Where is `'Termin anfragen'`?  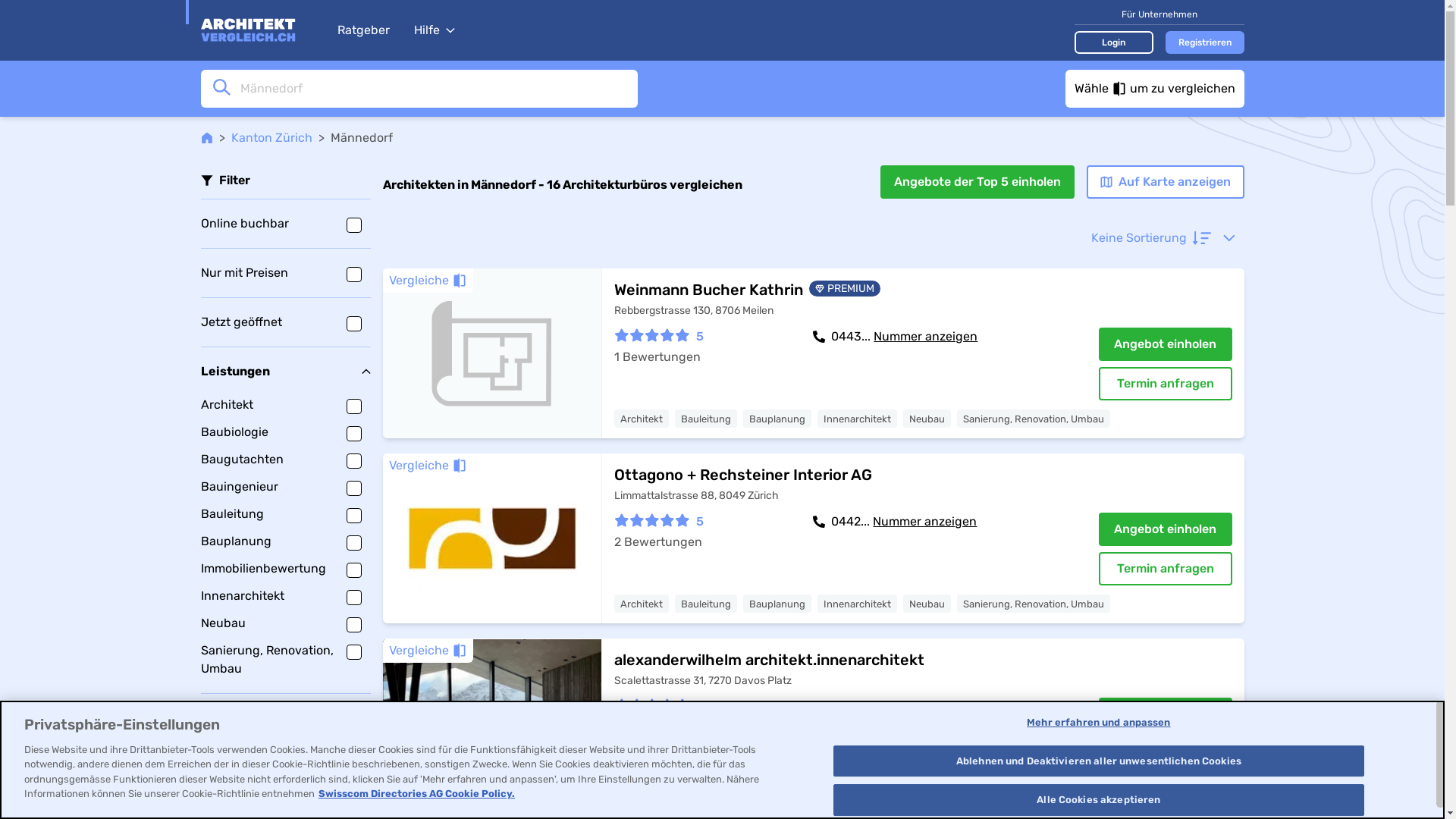
'Termin anfragen' is located at coordinates (1164, 382).